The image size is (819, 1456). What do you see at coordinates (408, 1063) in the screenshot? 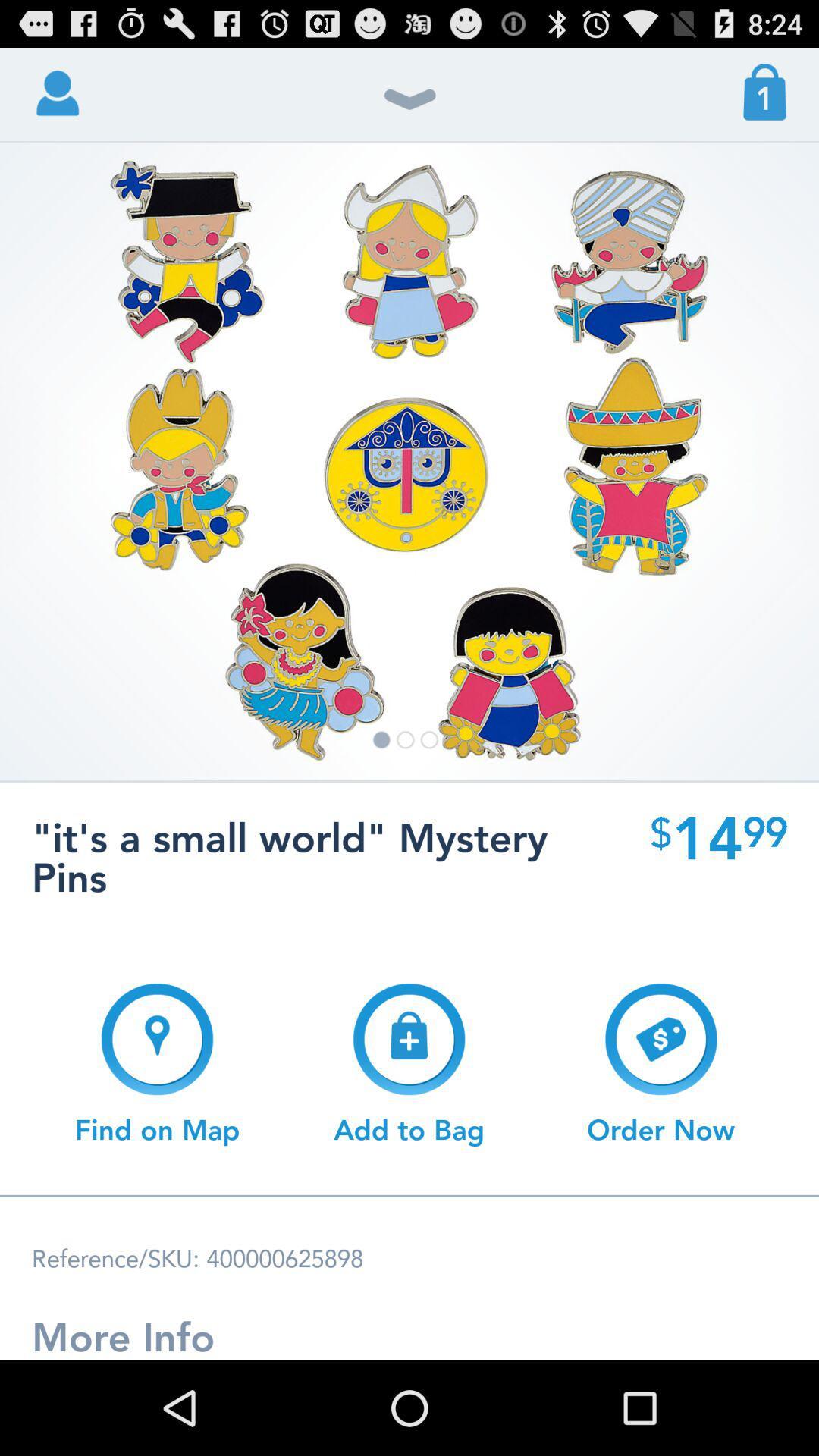
I see `the button next to find on map` at bounding box center [408, 1063].